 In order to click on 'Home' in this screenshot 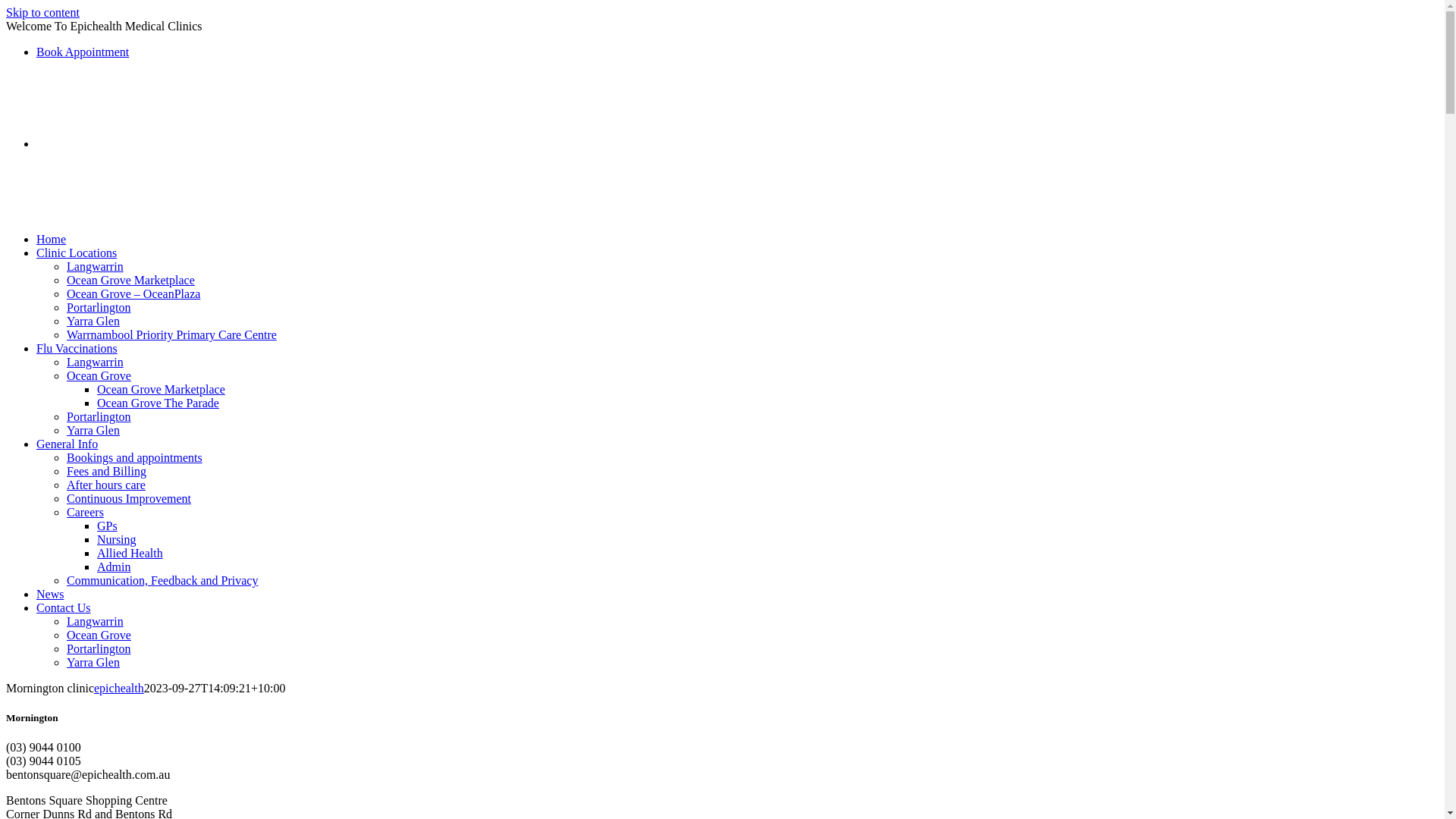, I will do `click(36, 239)`.